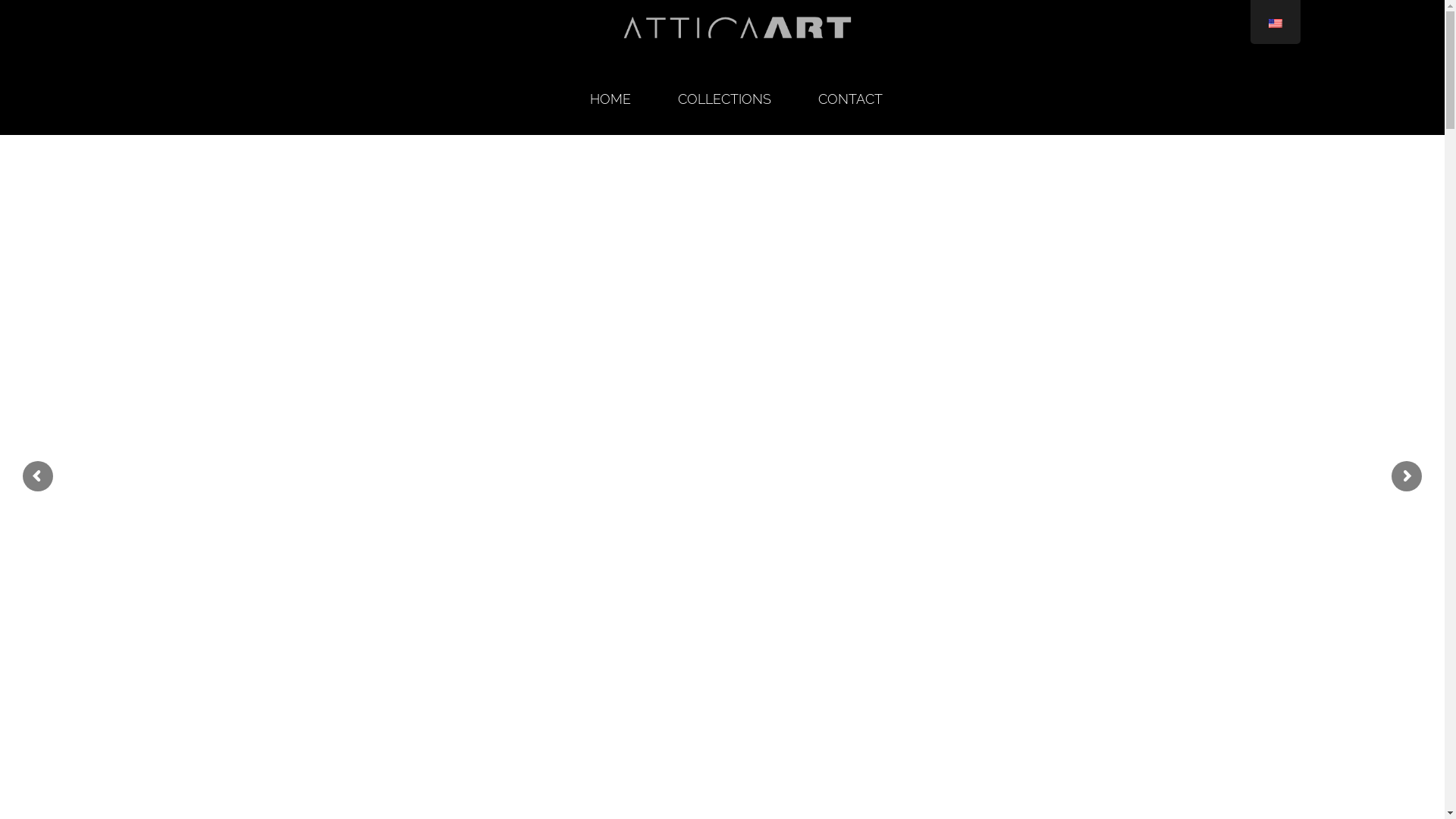 The height and width of the screenshot is (819, 1456). Describe the element at coordinates (850, 99) in the screenshot. I see `'CONTACT'` at that location.